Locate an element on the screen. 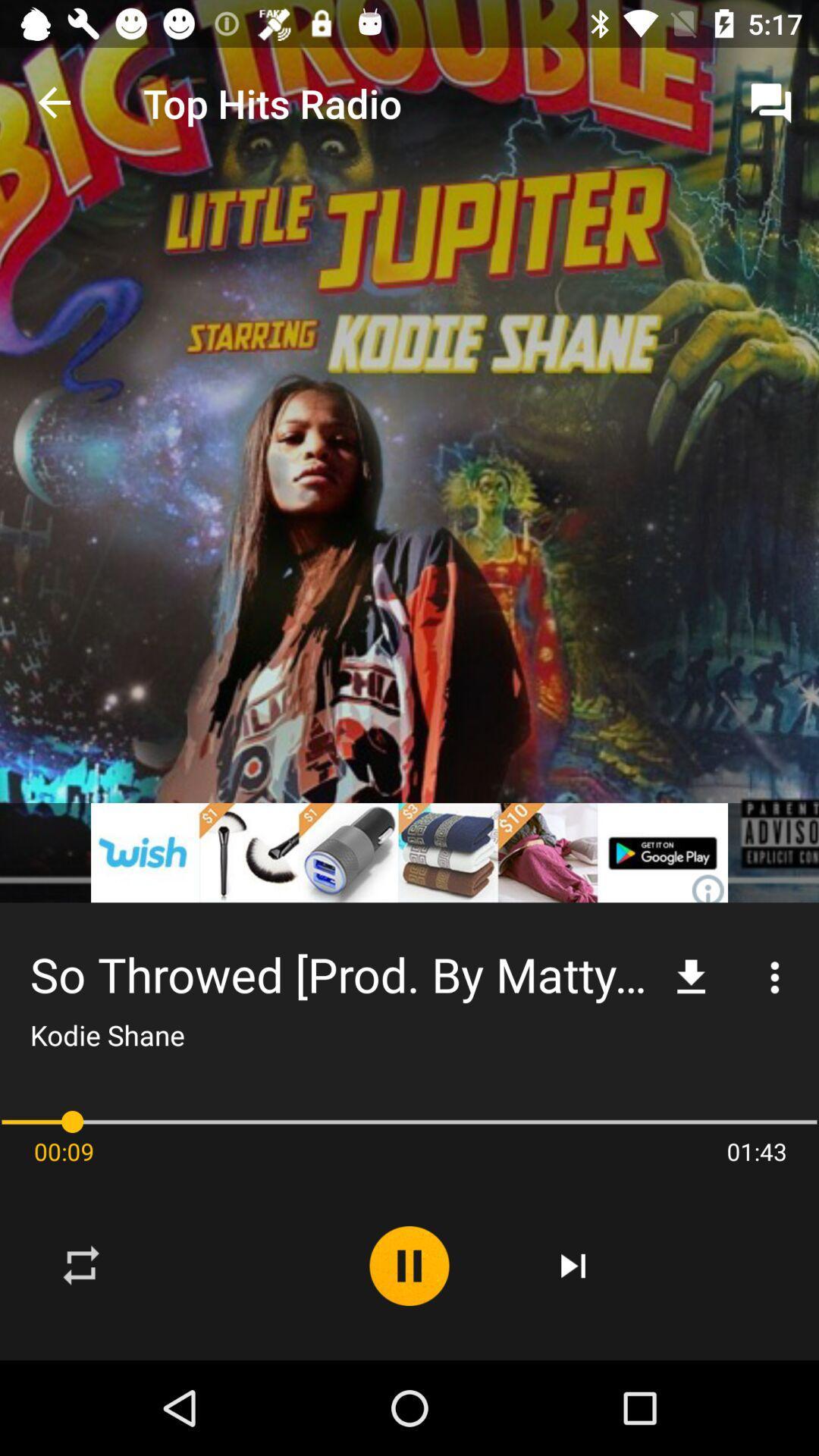 The height and width of the screenshot is (1456, 819). the item below the so throwed prod icon is located at coordinates (409, 1266).